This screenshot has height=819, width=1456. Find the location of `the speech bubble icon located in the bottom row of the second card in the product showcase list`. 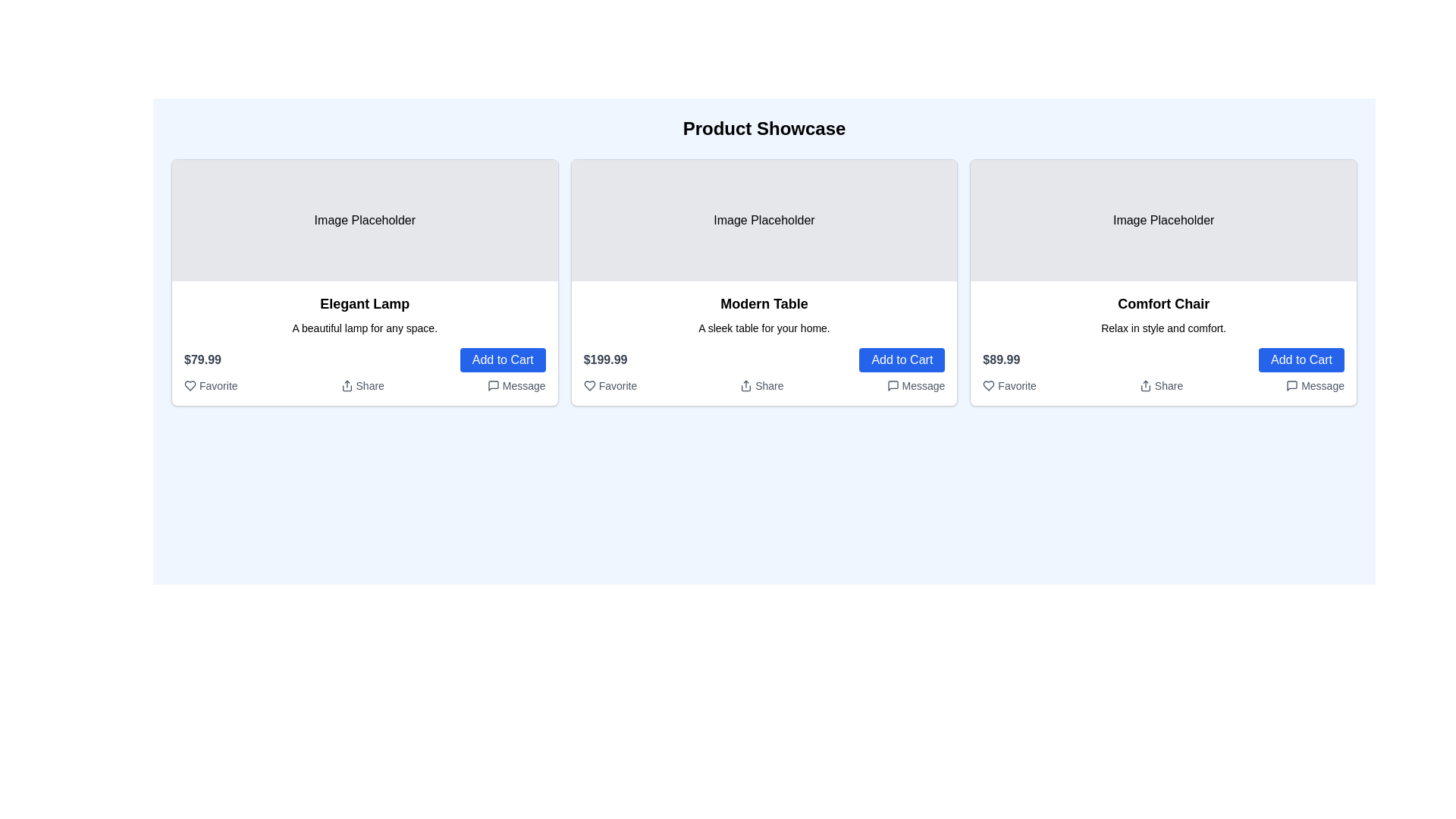

the speech bubble icon located in the bottom row of the second card in the product showcase list is located at coordinates (893, 385).